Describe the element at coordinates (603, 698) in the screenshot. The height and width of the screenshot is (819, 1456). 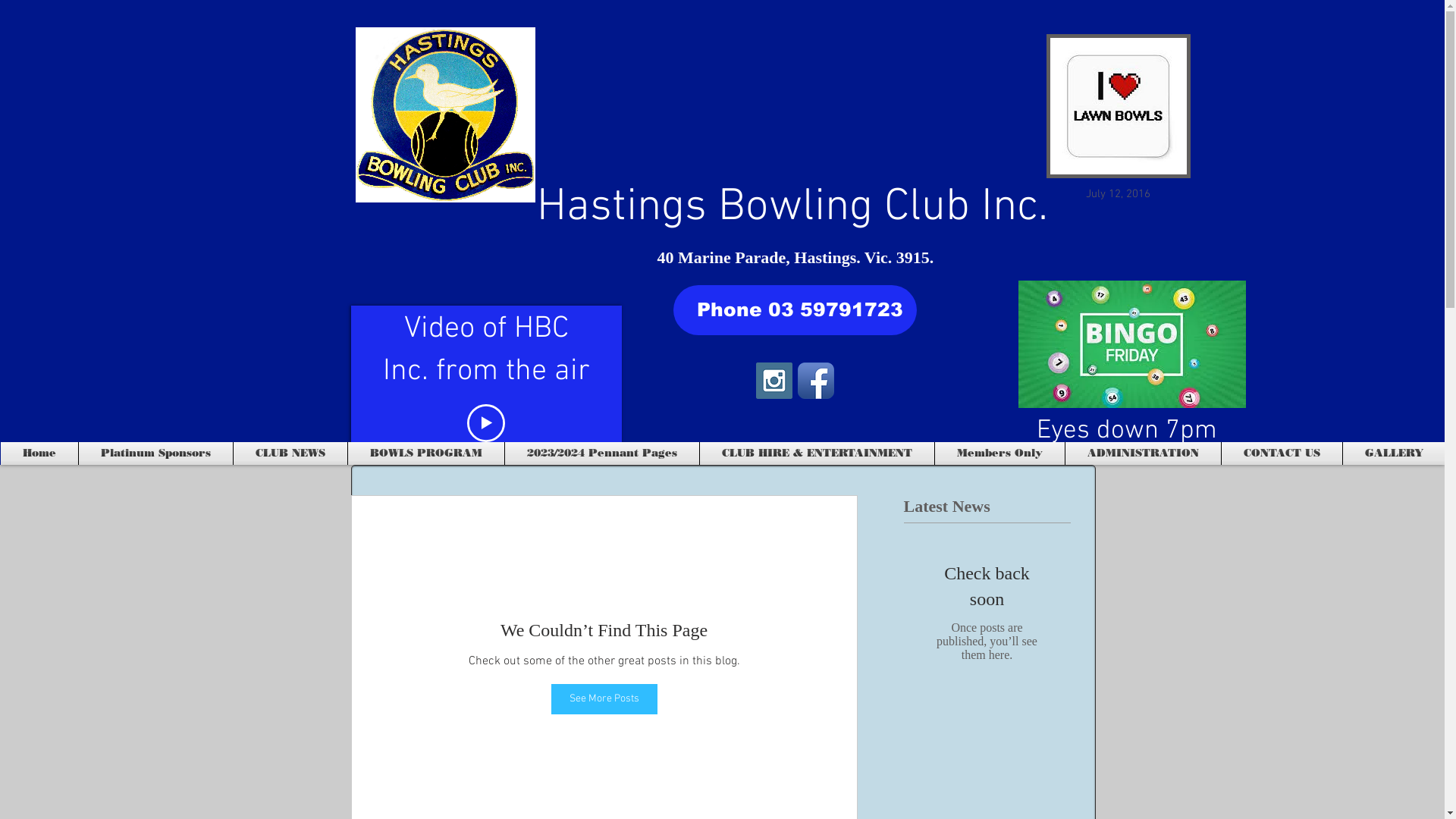
I see `'See More Posts'` at that location.